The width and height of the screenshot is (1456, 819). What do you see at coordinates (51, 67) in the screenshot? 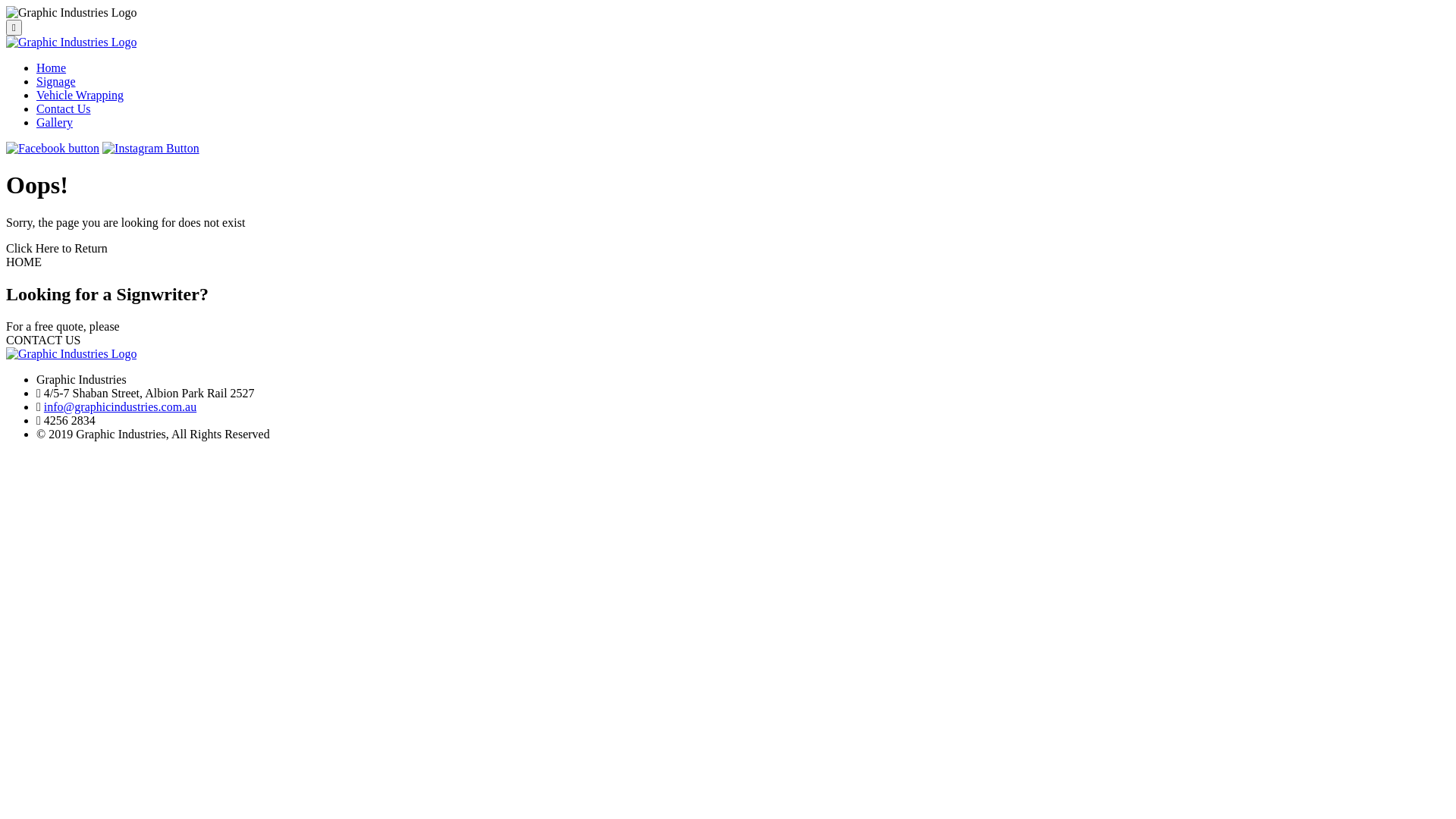
I see `'Home'` at bounding box center [51, 67].